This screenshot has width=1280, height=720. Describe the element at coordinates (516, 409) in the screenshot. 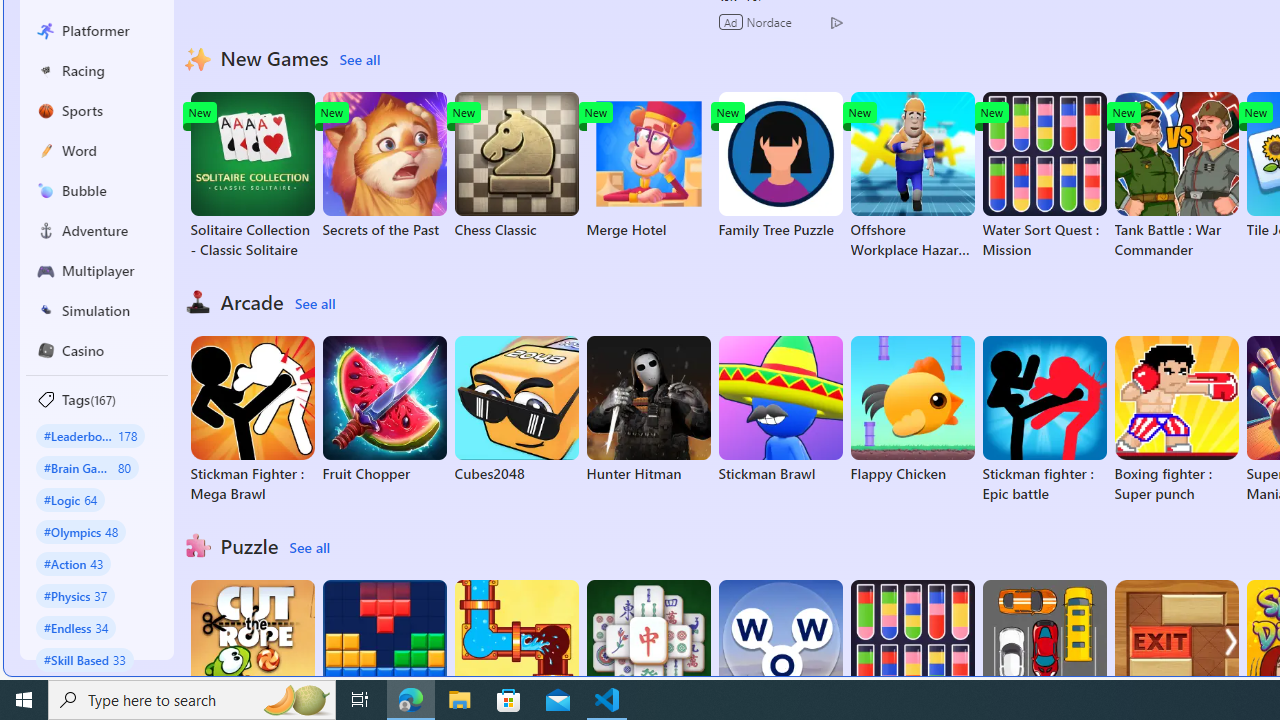

I see `'Cubes2048'` at that location.